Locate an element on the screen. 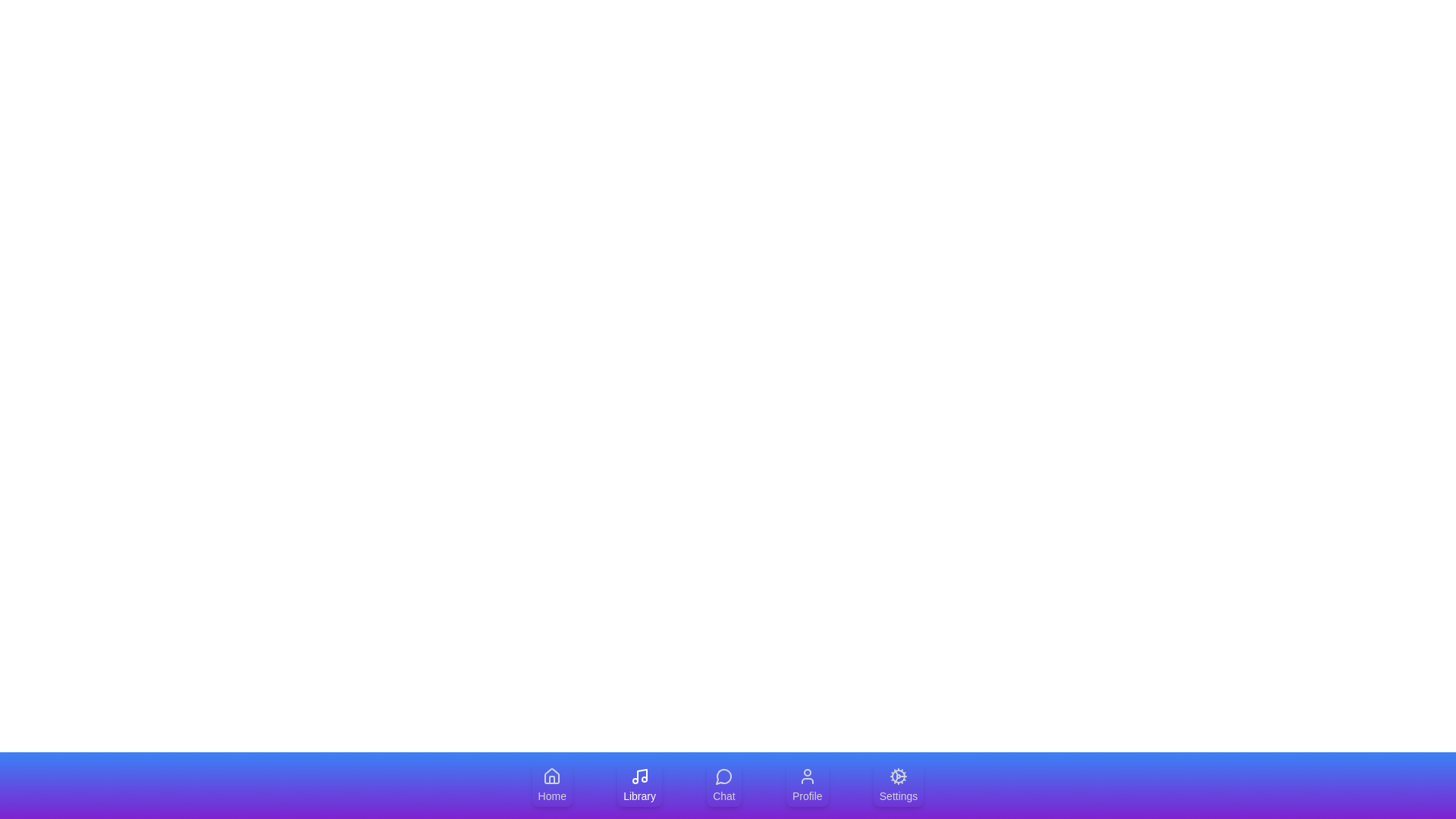 The height and width of the screenshot is (819, 1456). the Library tab to observe the hover effect is located at coordinates (639, 785).